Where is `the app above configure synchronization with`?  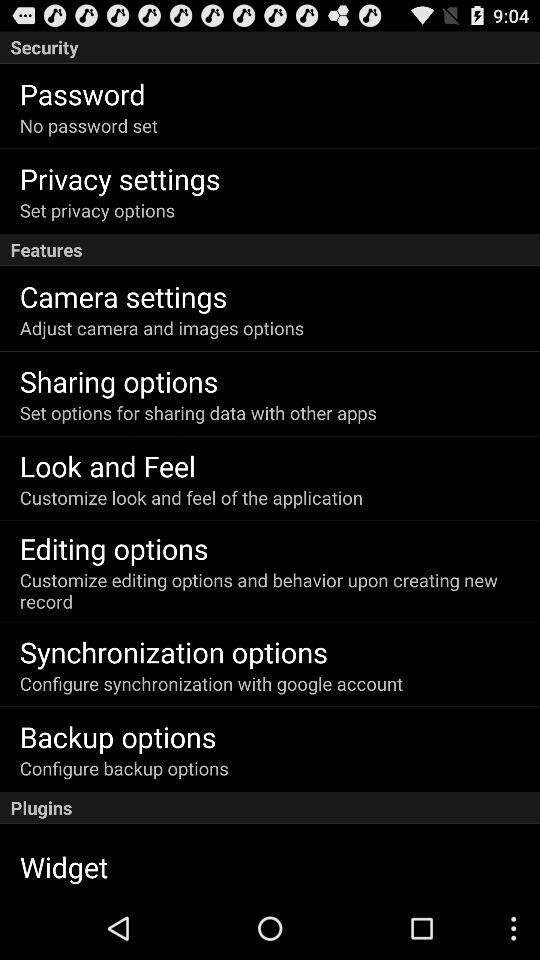
the app above configure synchronization with is located at coordinates (173, 650).